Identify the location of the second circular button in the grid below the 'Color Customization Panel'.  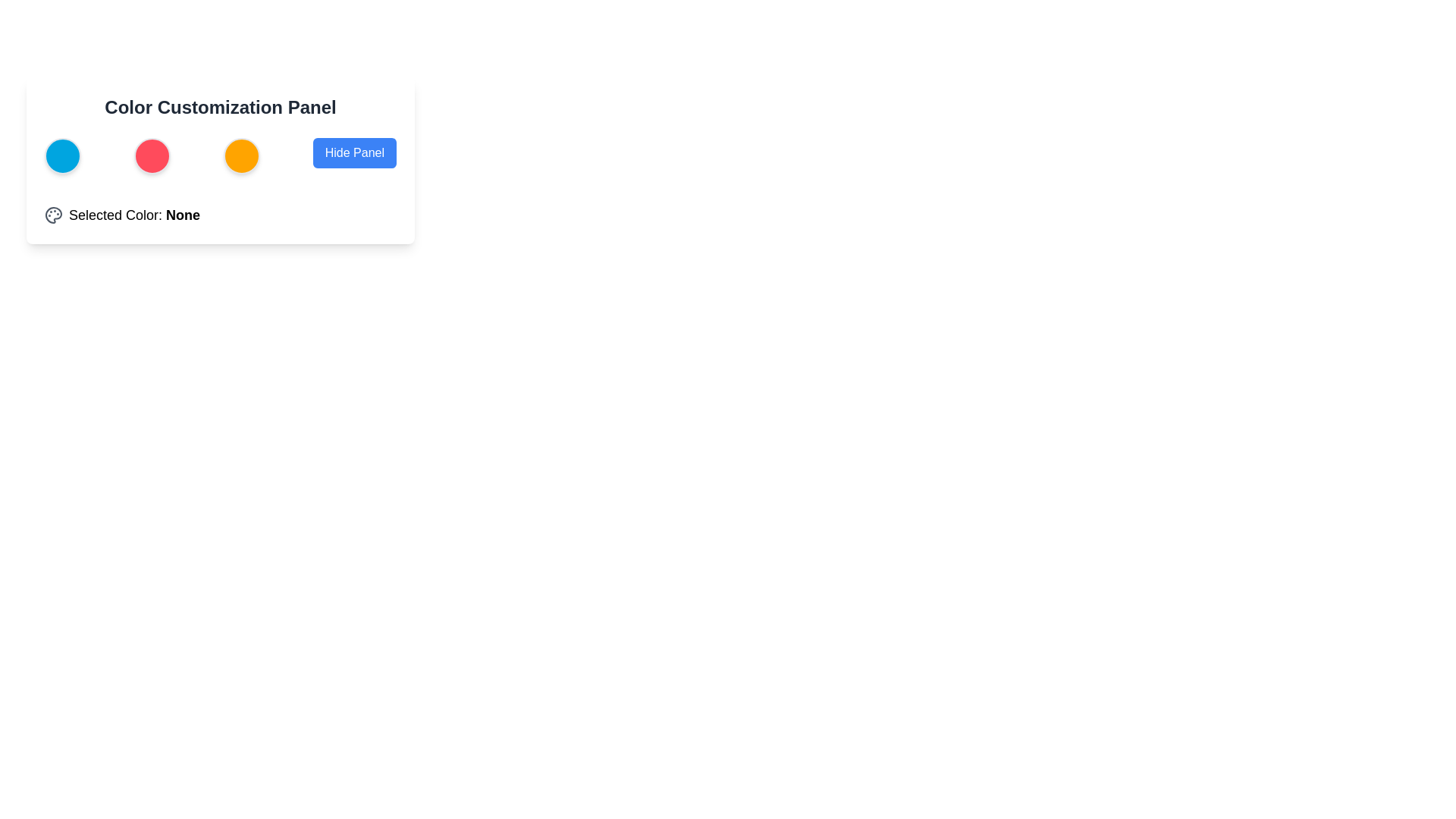
(152, 155).